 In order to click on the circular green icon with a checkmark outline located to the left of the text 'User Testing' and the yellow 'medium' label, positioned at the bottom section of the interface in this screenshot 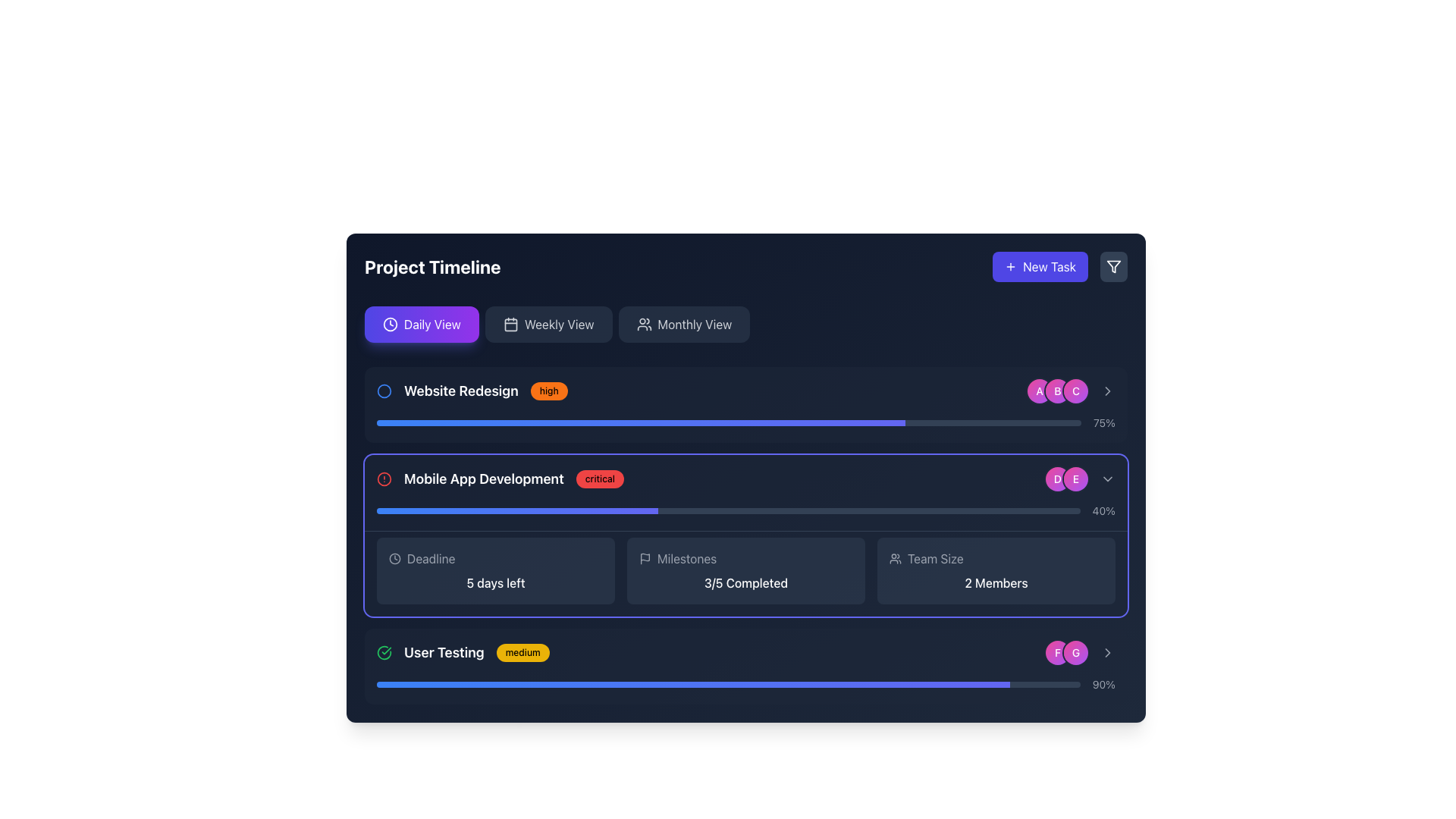, I will do `click(384, 651)`.